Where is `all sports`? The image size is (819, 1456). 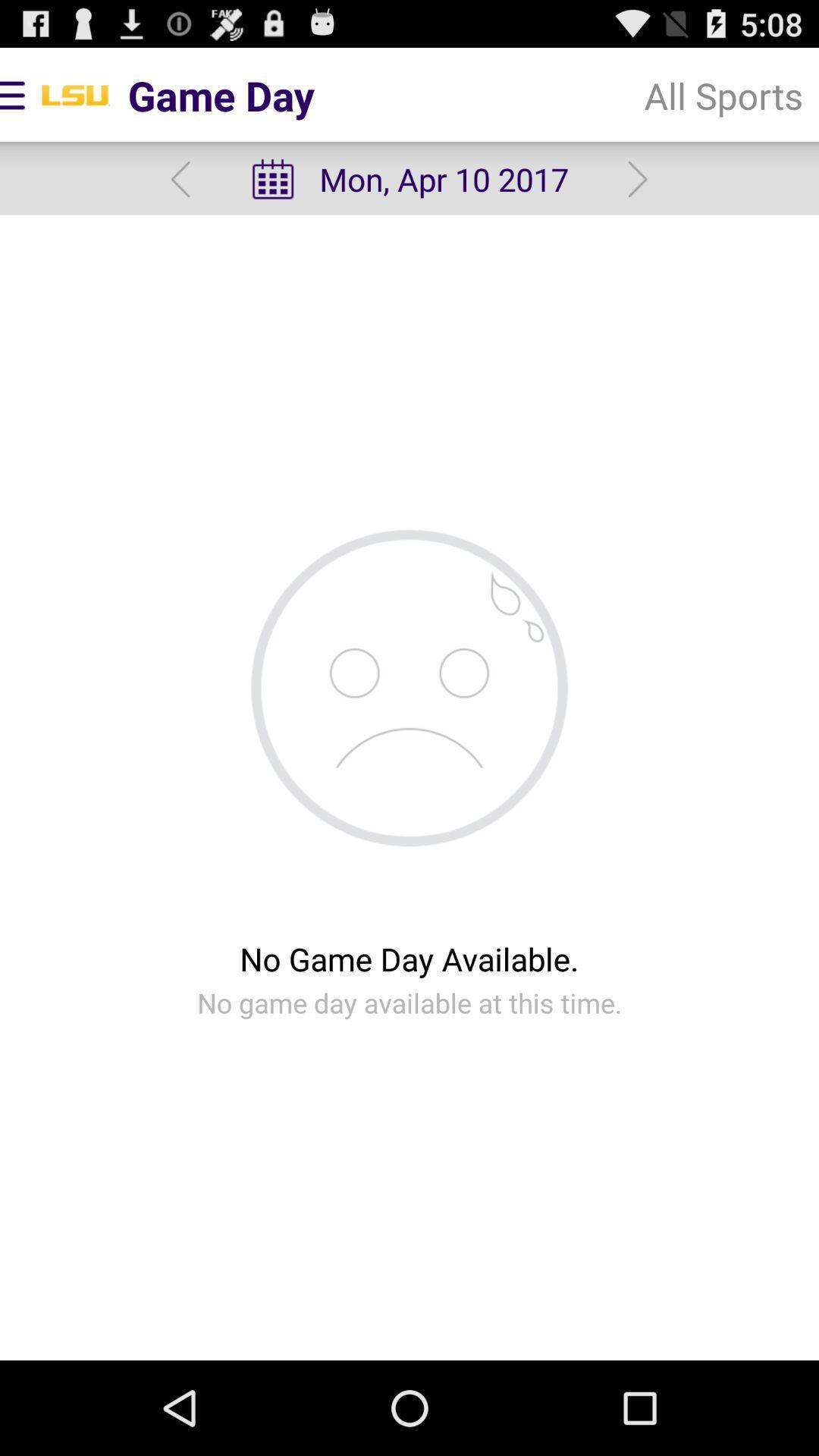
all sports is located at coordinates (723, 94).